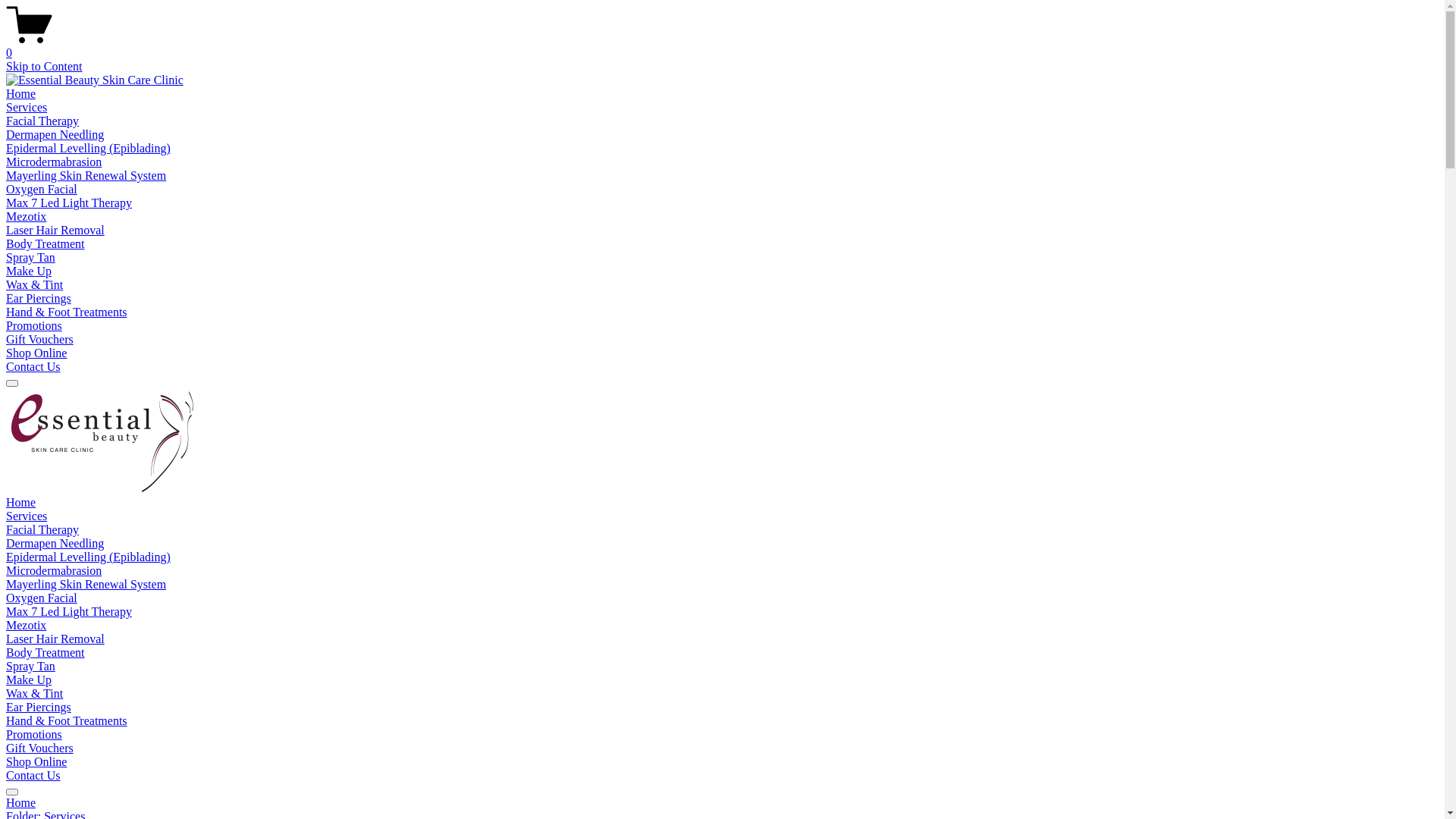 The width and height of the screenshot is (1456, 819). Describe the element at coordinates (54, 570) in the screenshot. I see `'Microdermabrasion'` at that location.